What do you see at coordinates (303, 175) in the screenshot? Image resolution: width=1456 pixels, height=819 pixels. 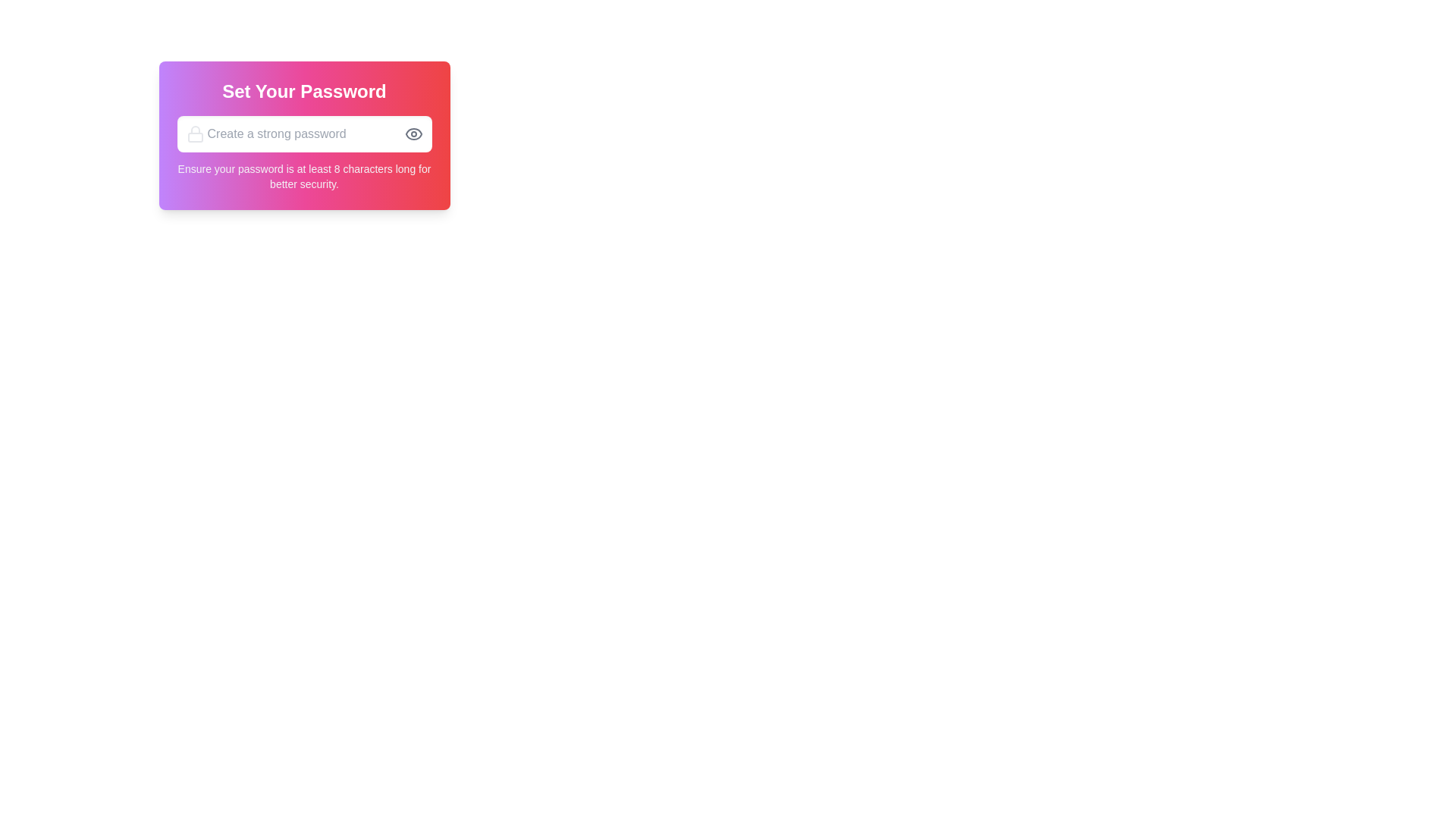 I see `the informational text element that instructs the user that the password should be at least 8 characters long, located below the 'Set Your Password' title in a gradient card` at bounding box center [303, 175].